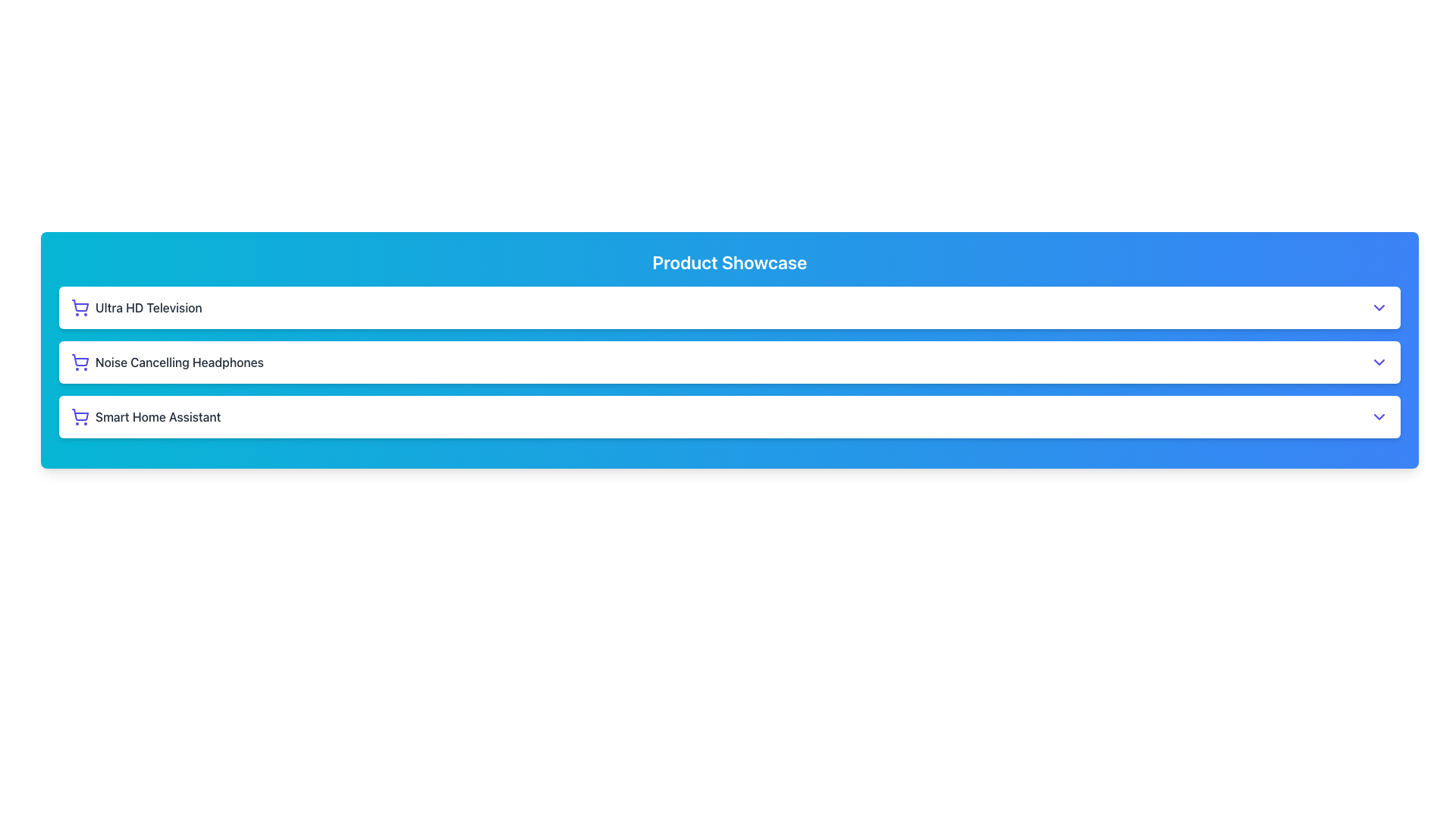 The height and width of the screenshot is (819, 1456). What do you see at coordinates (179, 362) in the screenshot?
I see `the Text Label that describes 'Noise Cancelling Headphones', which is located in the second row of a product listing interface` at bounding box center [179, 362].